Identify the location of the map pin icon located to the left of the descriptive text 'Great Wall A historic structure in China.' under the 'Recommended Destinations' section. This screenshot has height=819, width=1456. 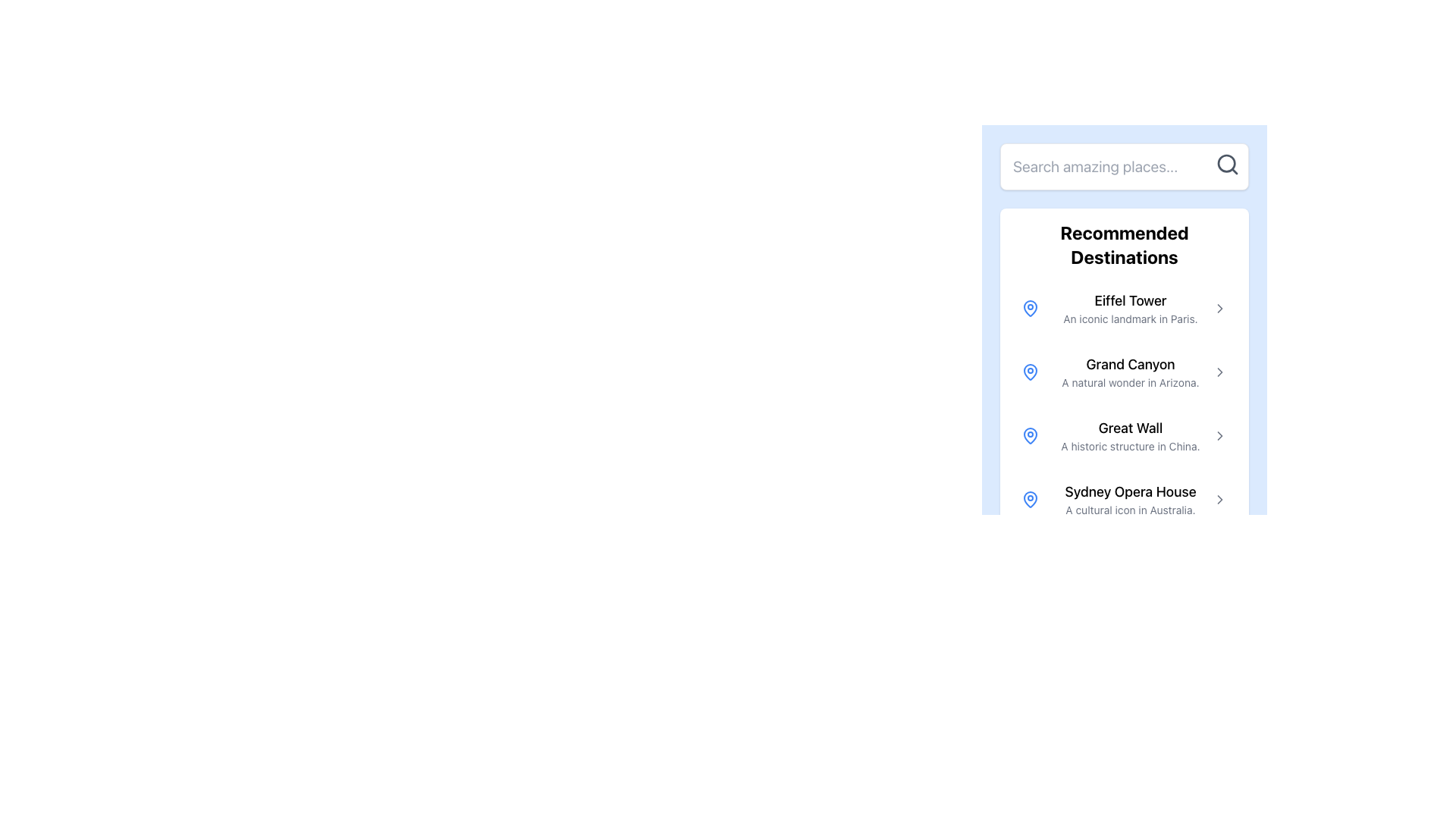
(1030, 435).